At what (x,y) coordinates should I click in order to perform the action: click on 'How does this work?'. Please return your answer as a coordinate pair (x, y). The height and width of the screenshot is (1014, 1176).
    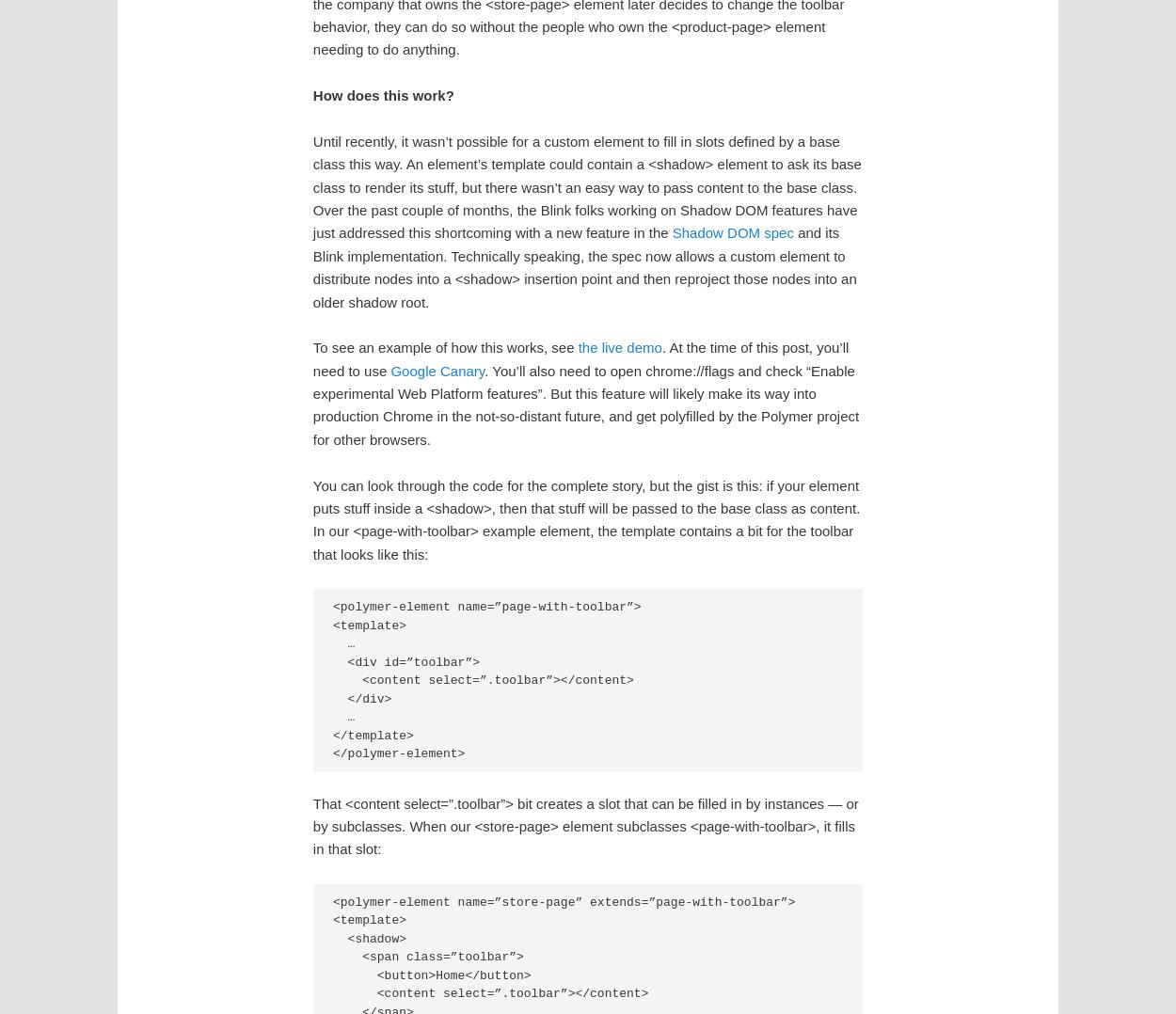
    Looking at the image, I should click on (383, 94).